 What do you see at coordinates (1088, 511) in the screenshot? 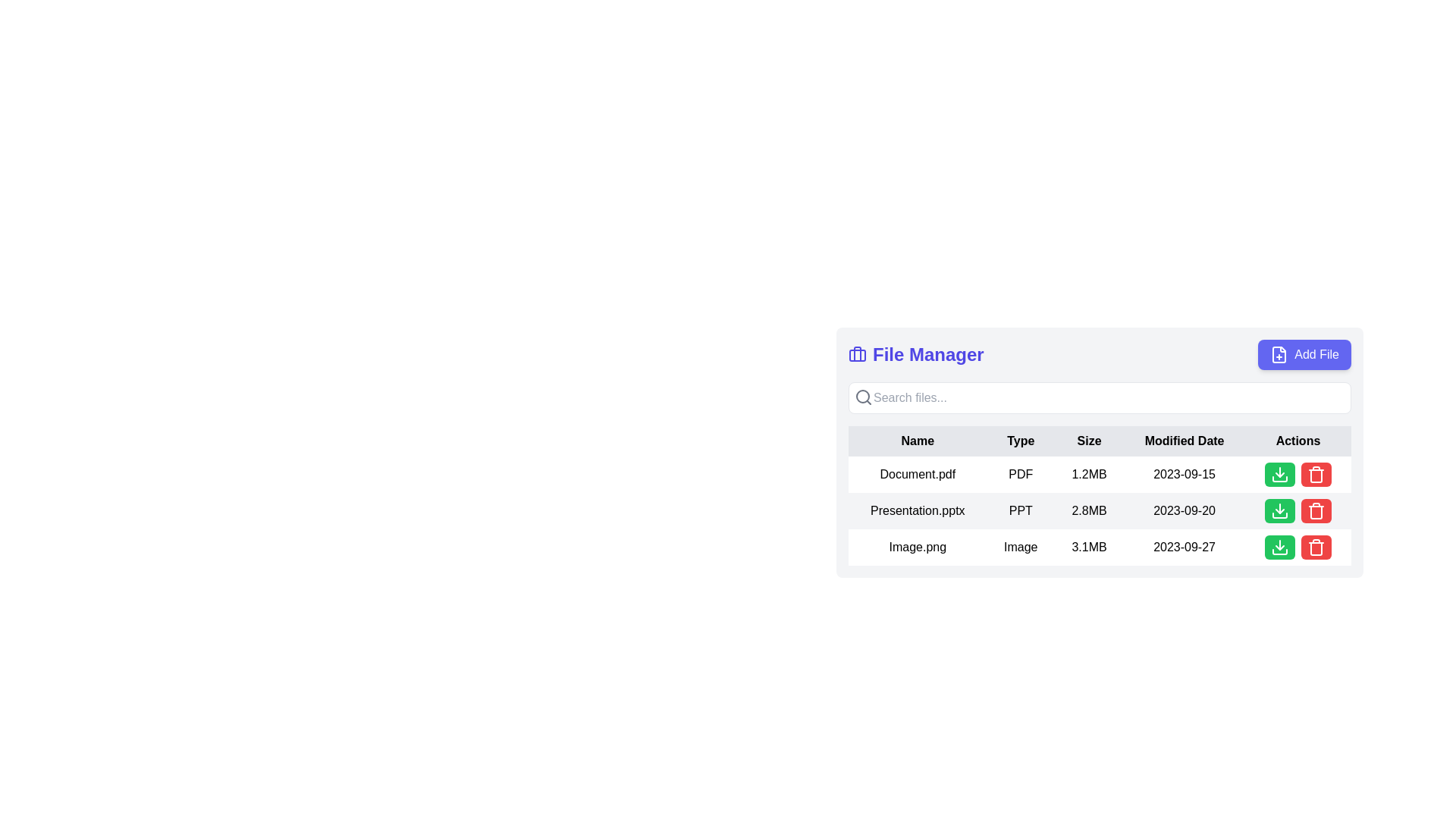
I see `the Text label displaying the size of the file 'Presentation.pptx' in the file manager table` at bounding box center [1088, 511].